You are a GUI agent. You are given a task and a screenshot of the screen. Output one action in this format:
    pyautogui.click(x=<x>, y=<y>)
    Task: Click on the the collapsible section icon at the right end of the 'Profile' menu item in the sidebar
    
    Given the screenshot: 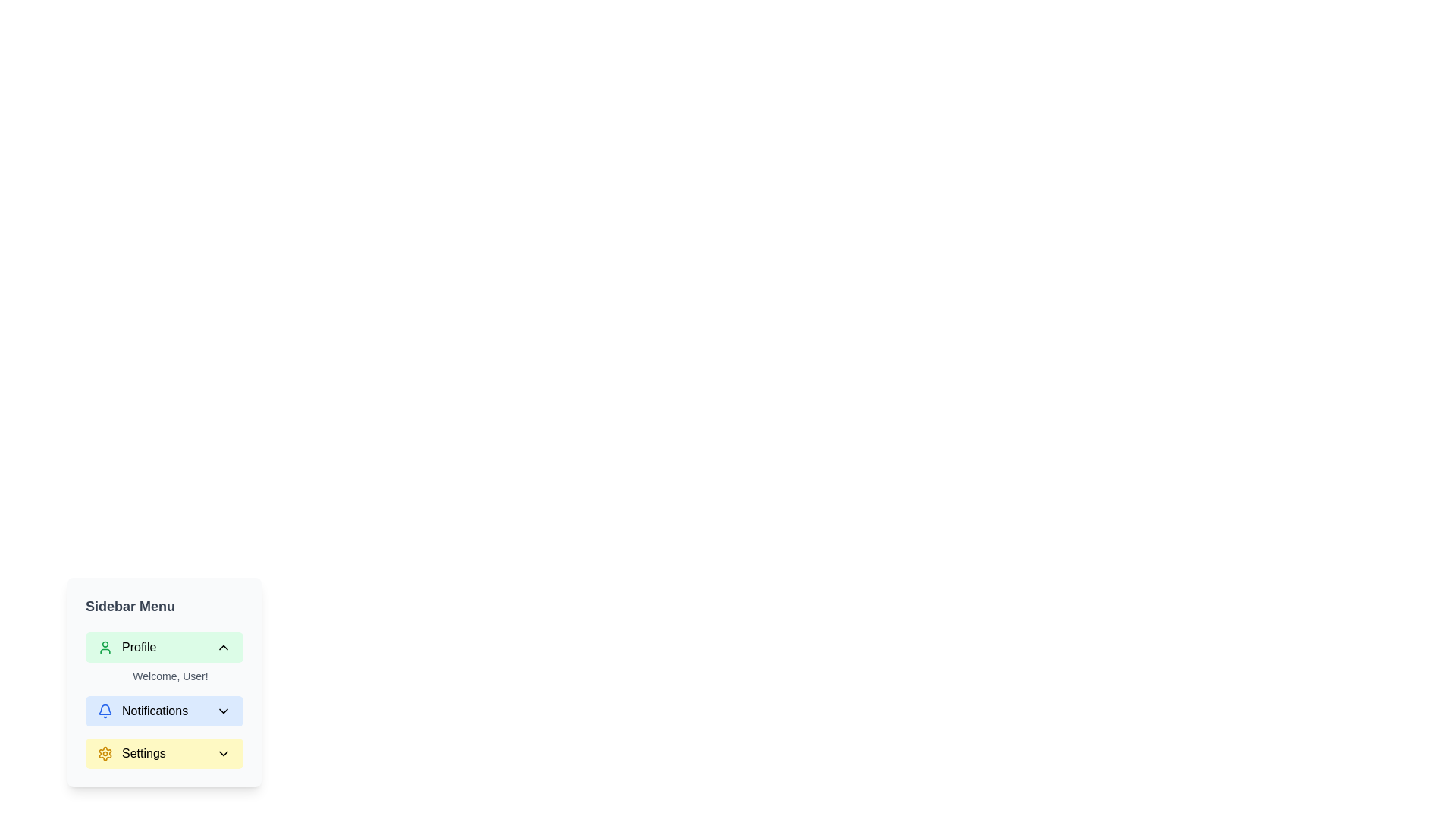 What is the action you would take?
    pyautogui.click(x=222, y=647)
    